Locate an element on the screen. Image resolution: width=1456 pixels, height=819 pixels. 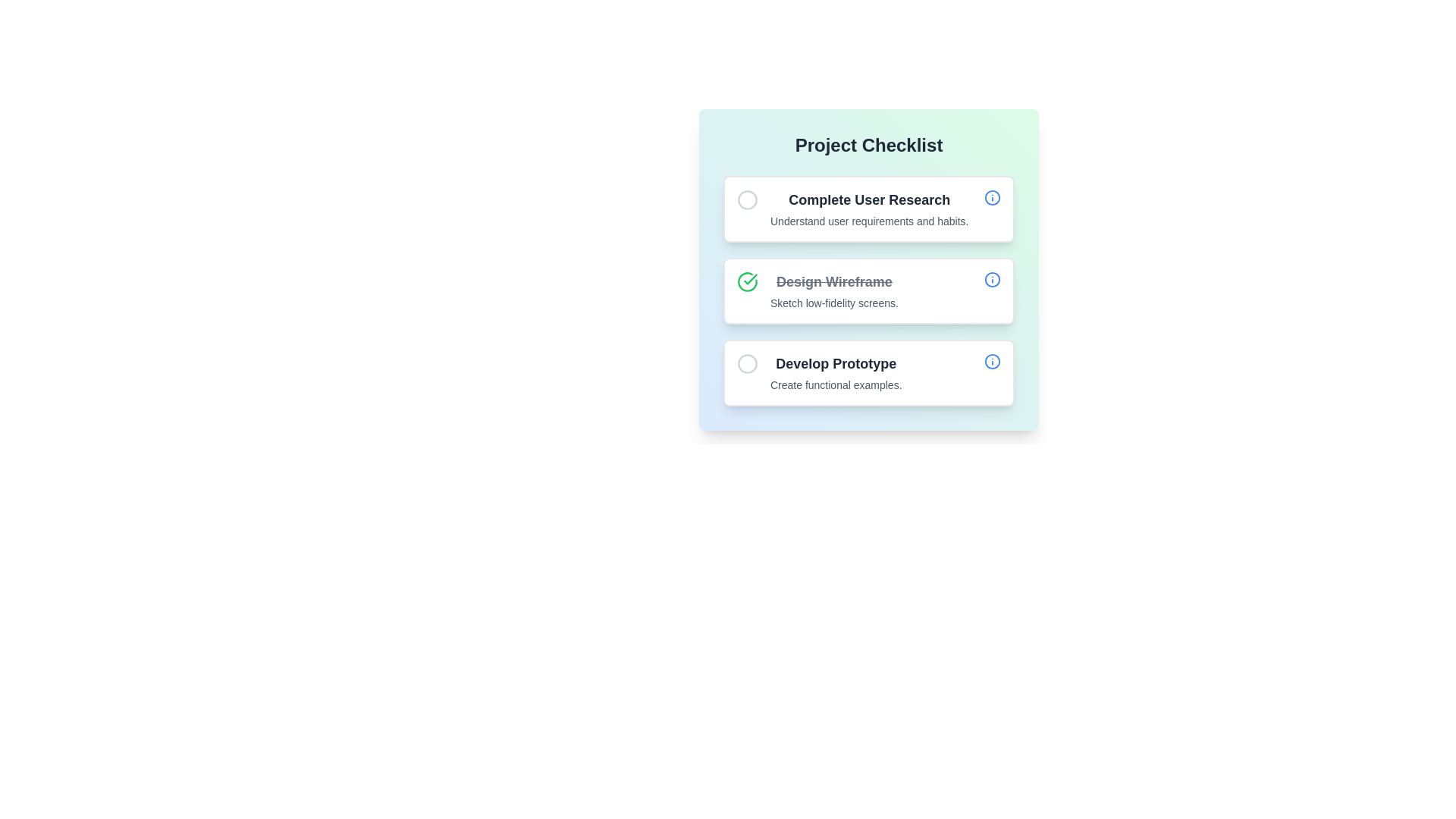
the crossed-out text label 'Design Wireframe' that indicates completion, positioned above the 'Sketch low-fidelity screens.' in the Project Checklist card is located at coordinates (833, 281).